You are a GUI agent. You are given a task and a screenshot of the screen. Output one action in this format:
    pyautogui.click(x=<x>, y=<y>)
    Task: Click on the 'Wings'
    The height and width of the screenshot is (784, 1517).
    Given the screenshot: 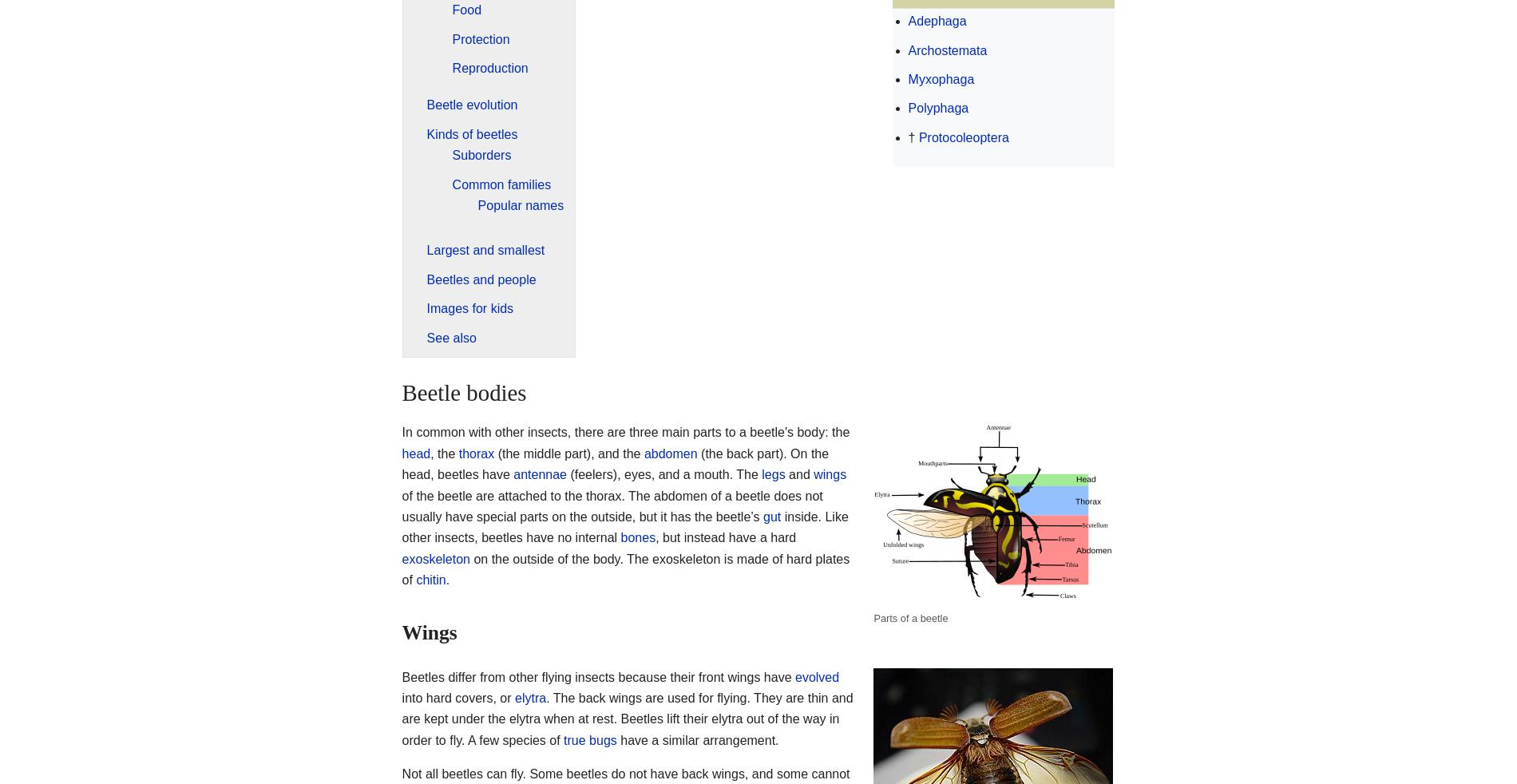 What is the action you would take?
    pyautogui.click(x=429, y=632)
    